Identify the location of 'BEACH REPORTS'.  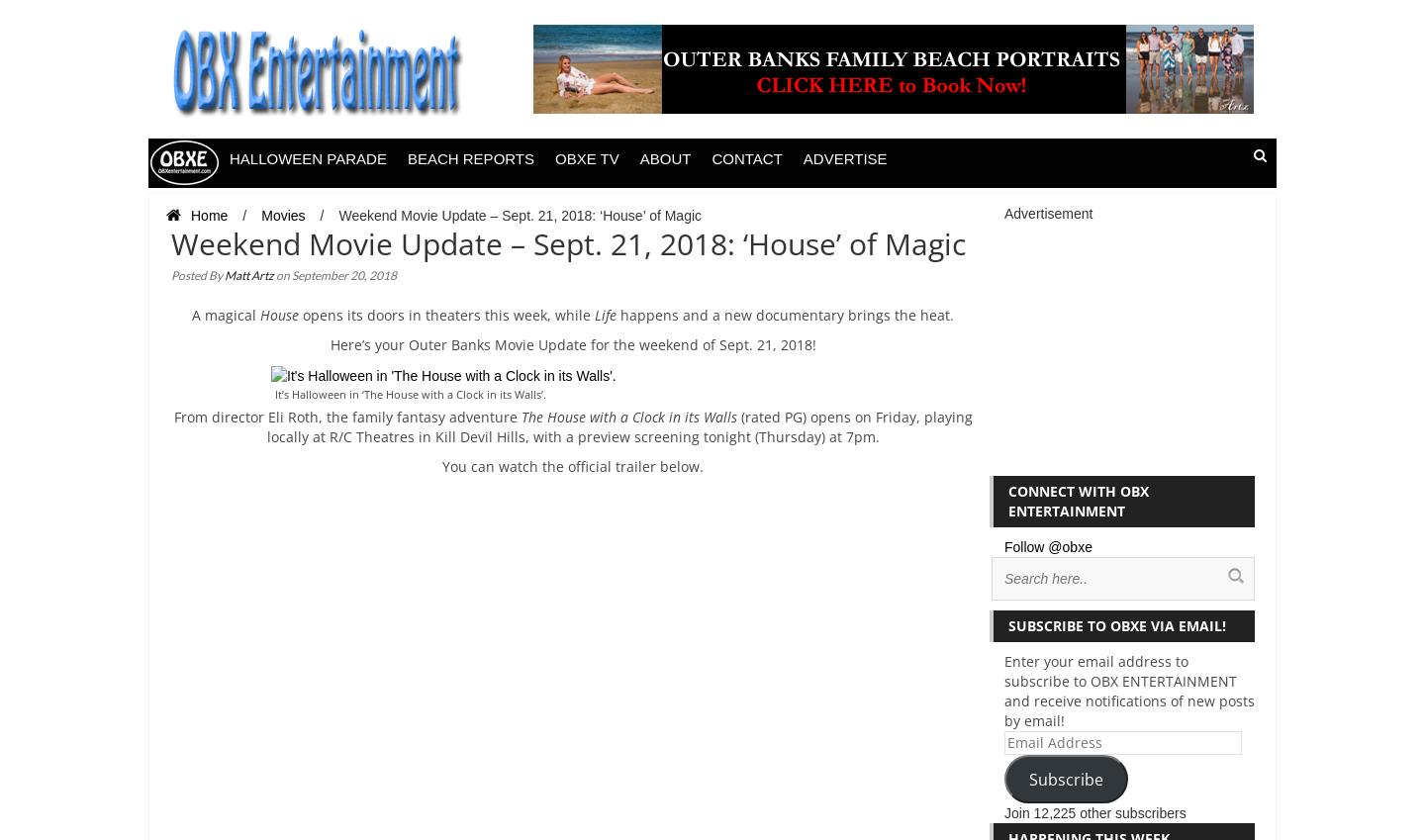
(470, 158).